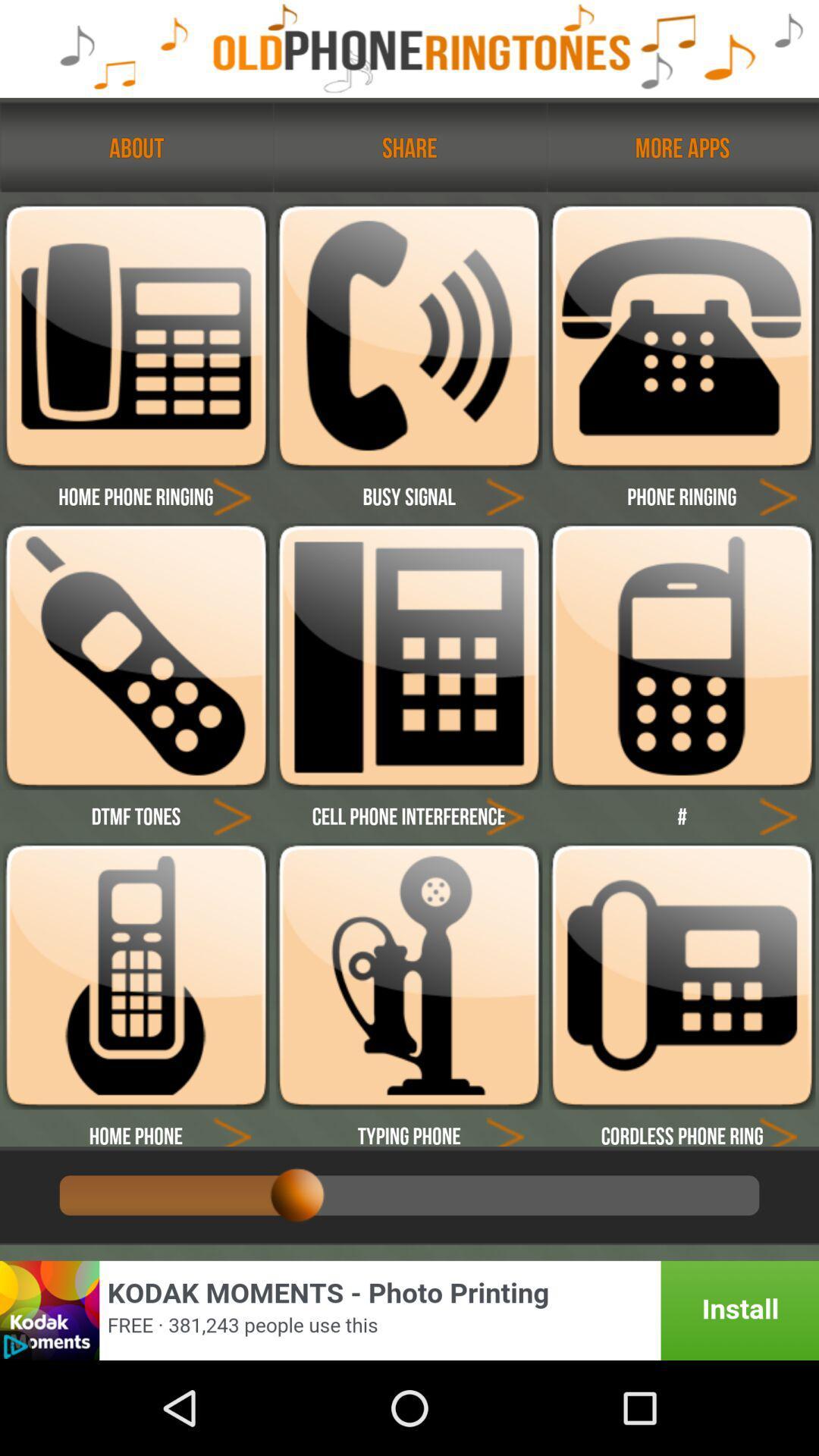 The image size is (819, 1456). Describe the element at coordinates (232, 814) in the screenshot. I see `go back` at that location.